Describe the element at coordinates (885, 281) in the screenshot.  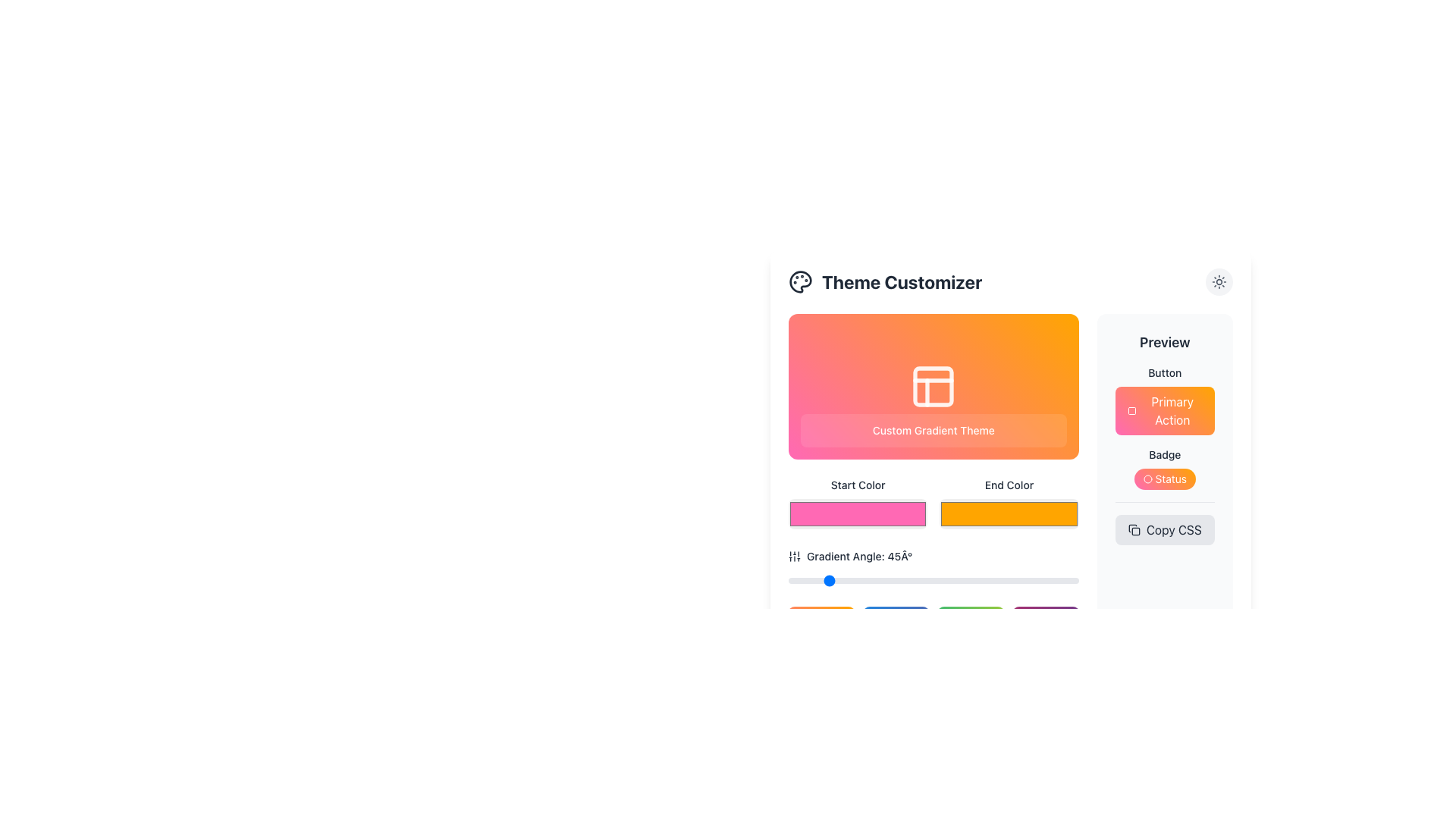
I see `the header Label of the customization interface, which indicates the purpose of the section and is the first element among its siblings` at that location.